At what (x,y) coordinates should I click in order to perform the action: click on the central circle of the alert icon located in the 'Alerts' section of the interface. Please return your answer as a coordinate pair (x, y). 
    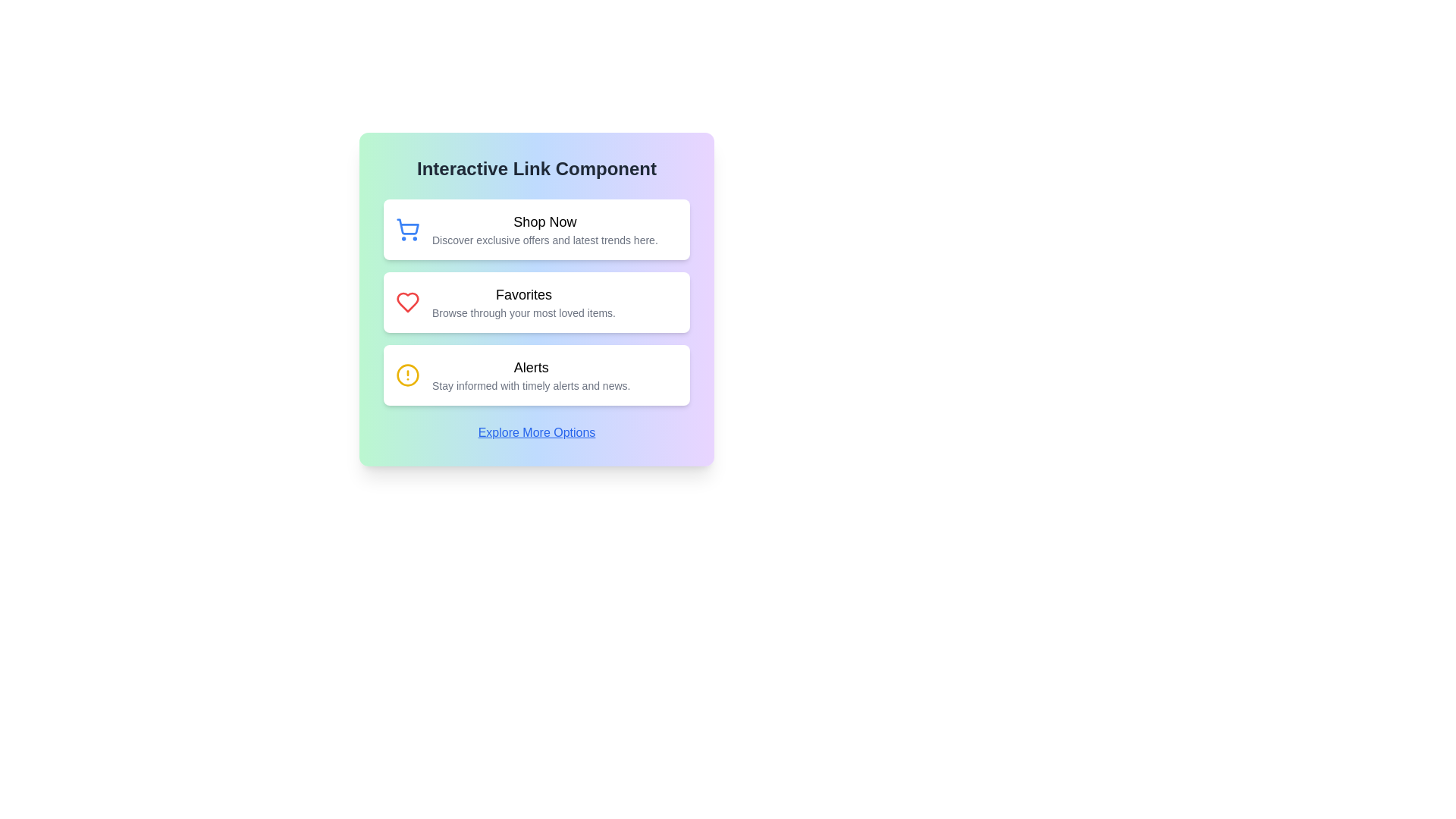
    Looking at the image, I should click on (407, 375).